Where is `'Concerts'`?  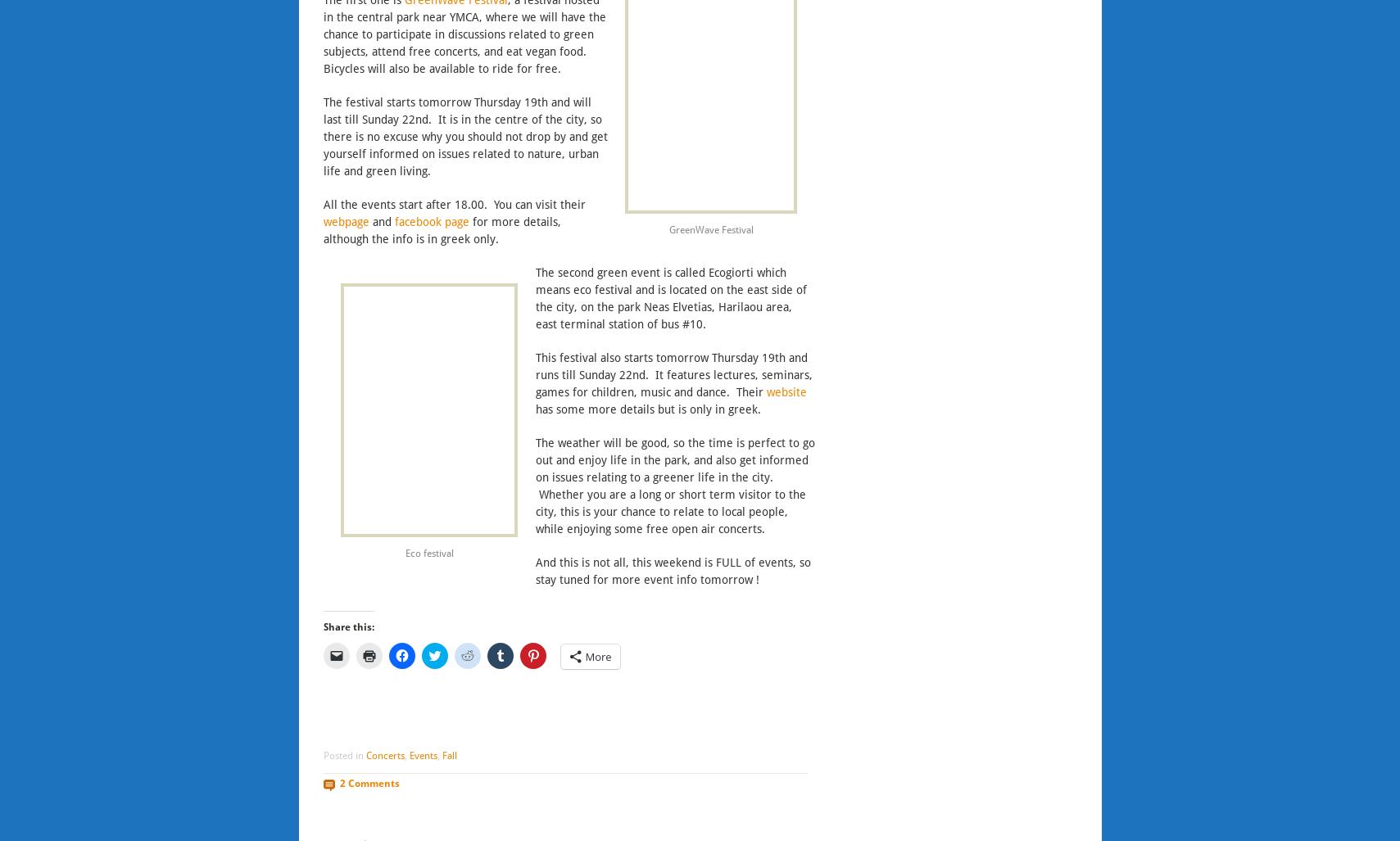 'Concerts' is located at coordinates (383, 755).